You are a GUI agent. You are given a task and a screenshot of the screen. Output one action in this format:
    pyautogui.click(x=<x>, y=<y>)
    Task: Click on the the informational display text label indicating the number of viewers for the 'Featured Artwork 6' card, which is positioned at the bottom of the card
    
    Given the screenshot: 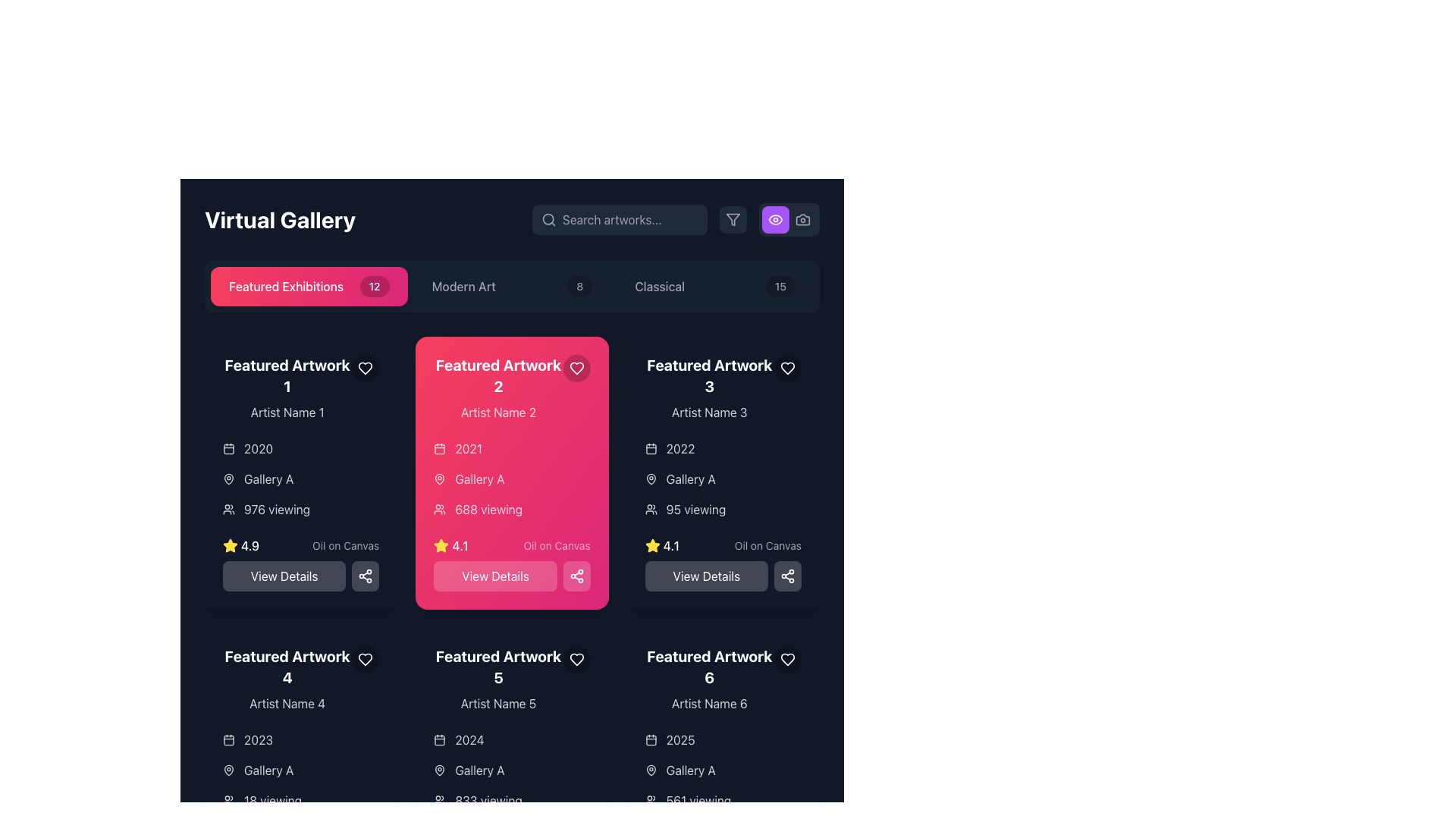 What is the action you would take?
    pyautogui.click(x=698, y=800)
    